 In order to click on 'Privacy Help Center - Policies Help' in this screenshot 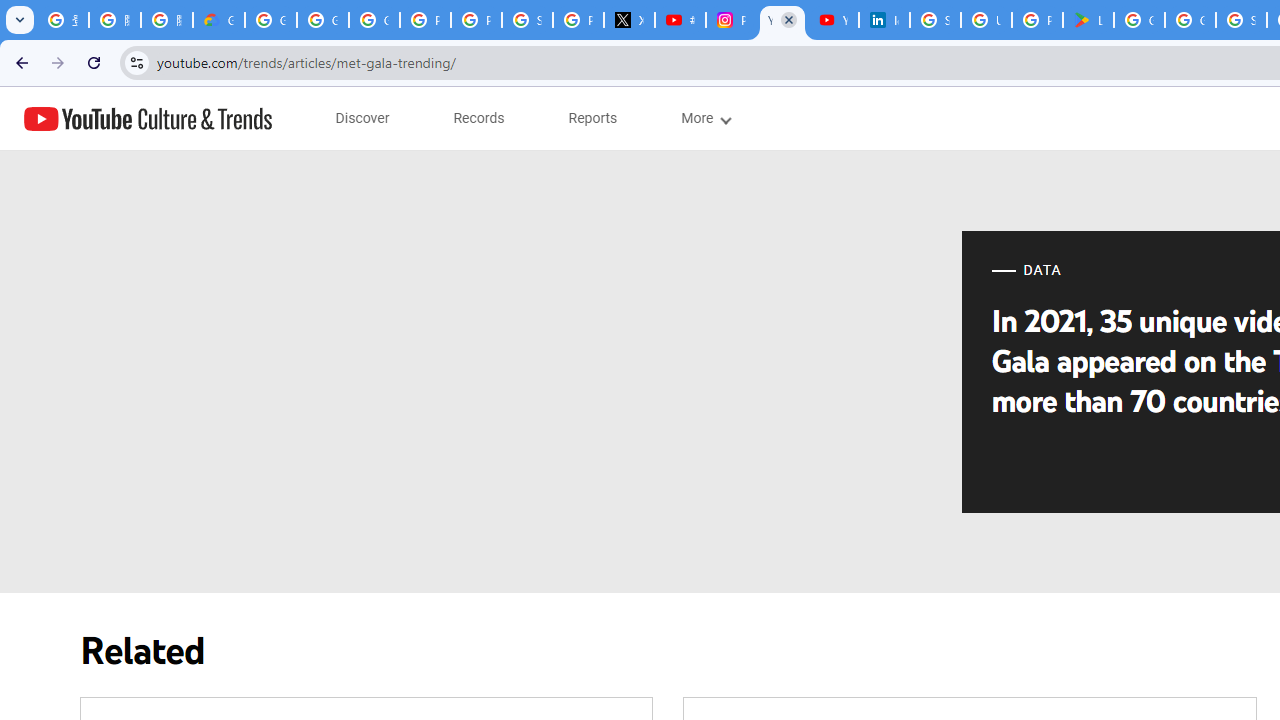, I will do `click(475, 20)`.